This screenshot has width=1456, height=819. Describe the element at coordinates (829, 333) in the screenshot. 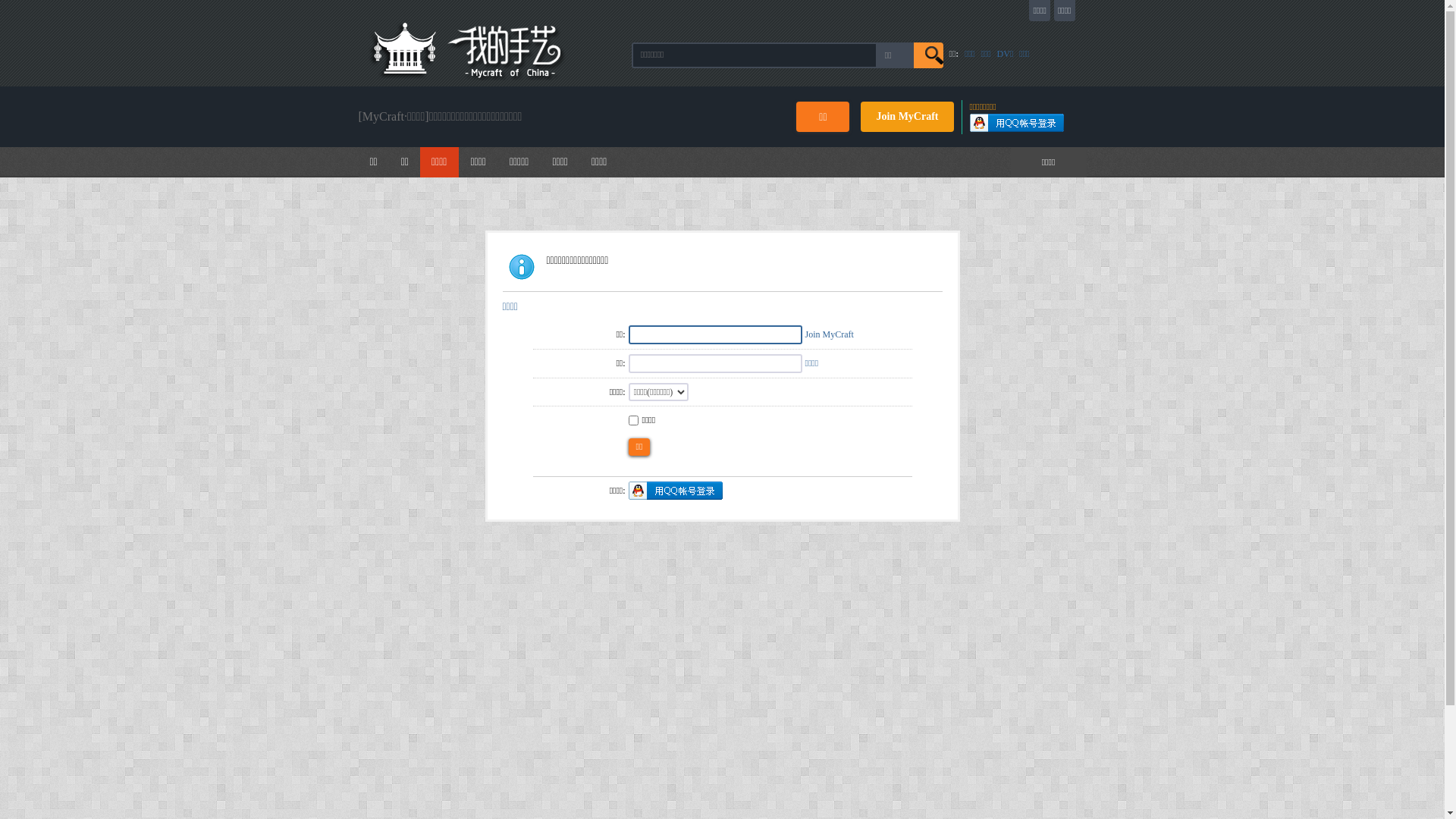

I see `'Join MyCraft'` at that location.